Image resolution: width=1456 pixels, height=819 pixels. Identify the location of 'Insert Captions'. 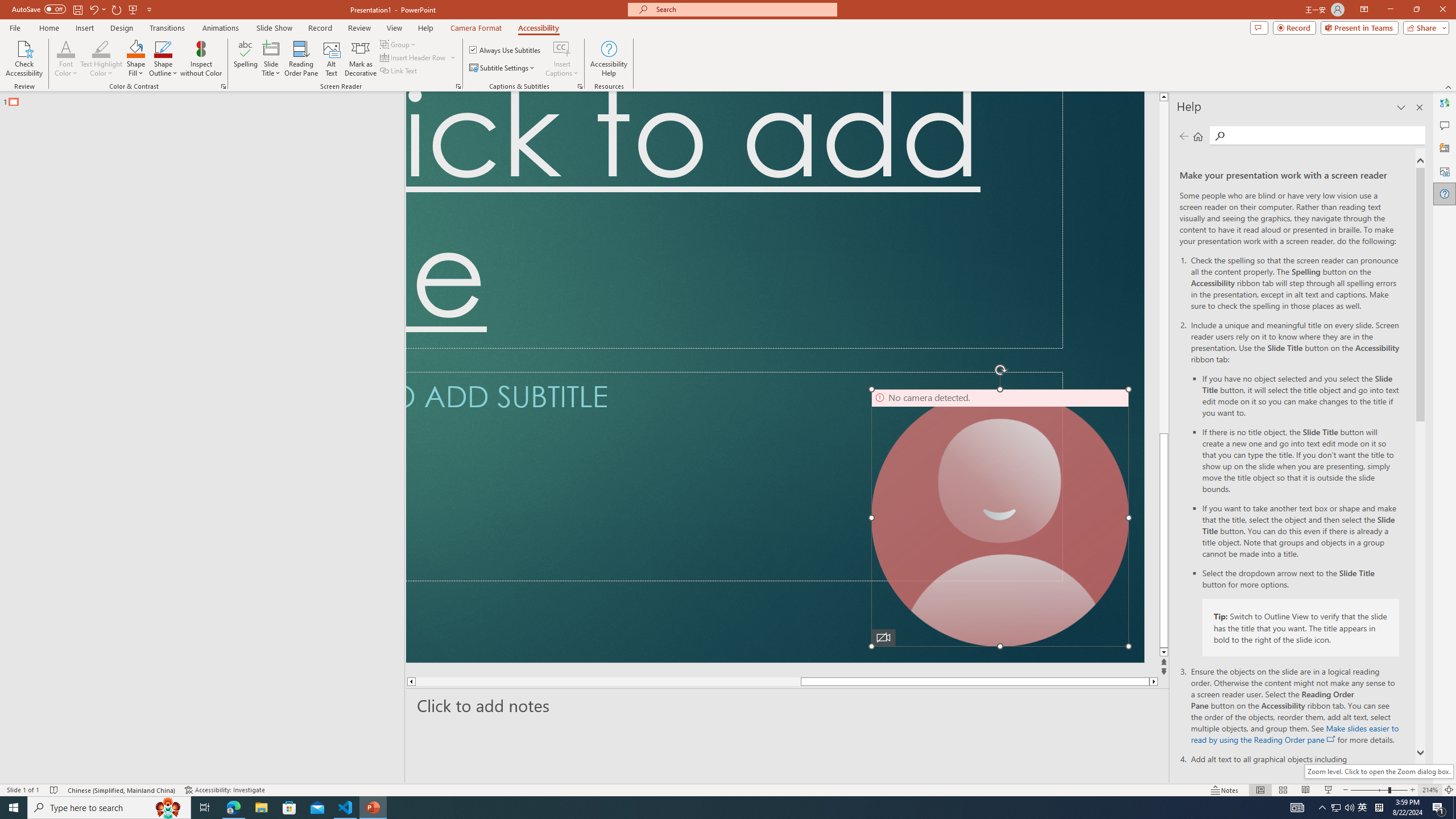
(561, 59).